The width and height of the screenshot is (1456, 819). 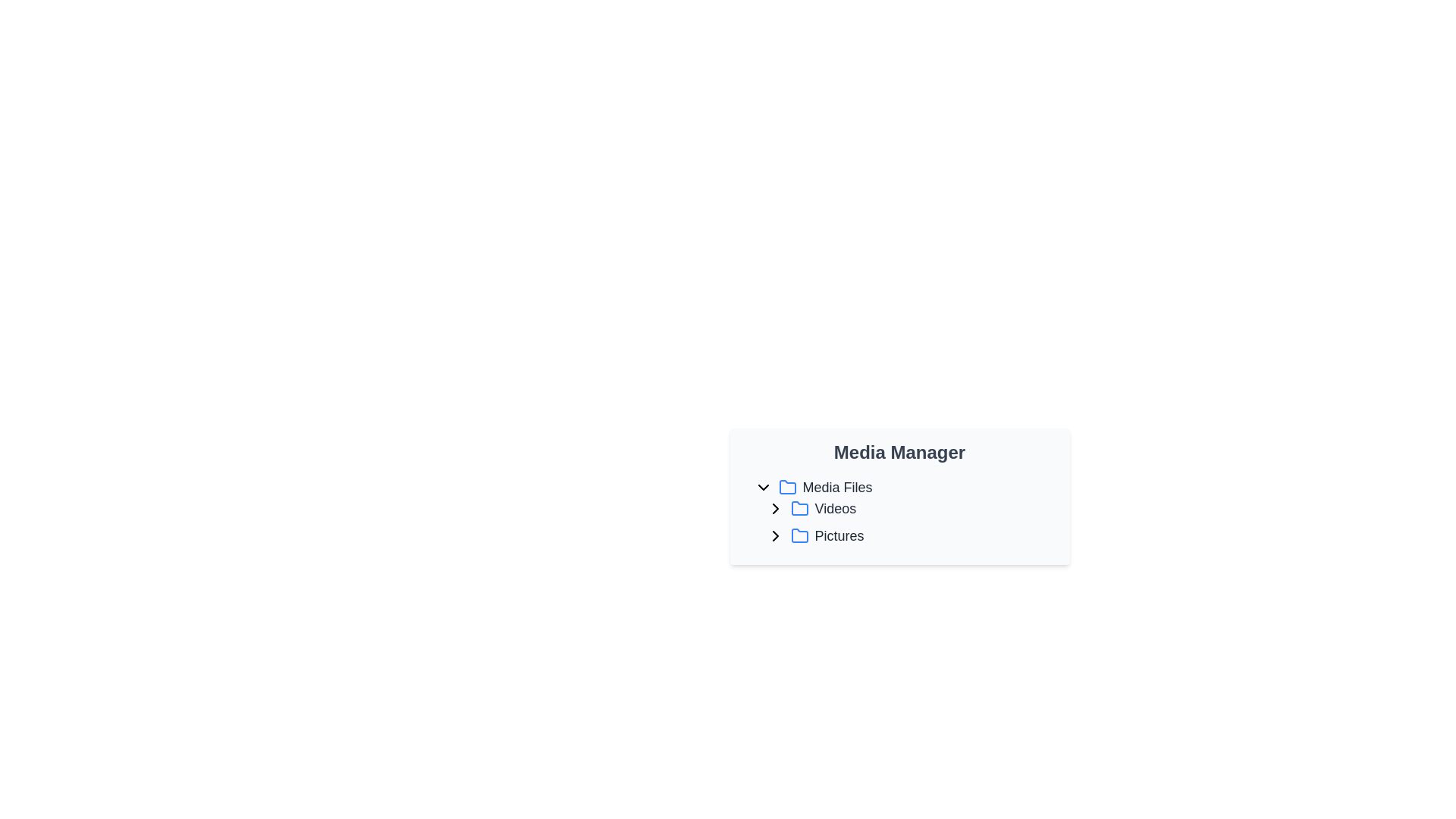 What do you see at coordinates (775, 535) in the screenshot?
I see `the arrow icon` at bounding box center [775, 535].